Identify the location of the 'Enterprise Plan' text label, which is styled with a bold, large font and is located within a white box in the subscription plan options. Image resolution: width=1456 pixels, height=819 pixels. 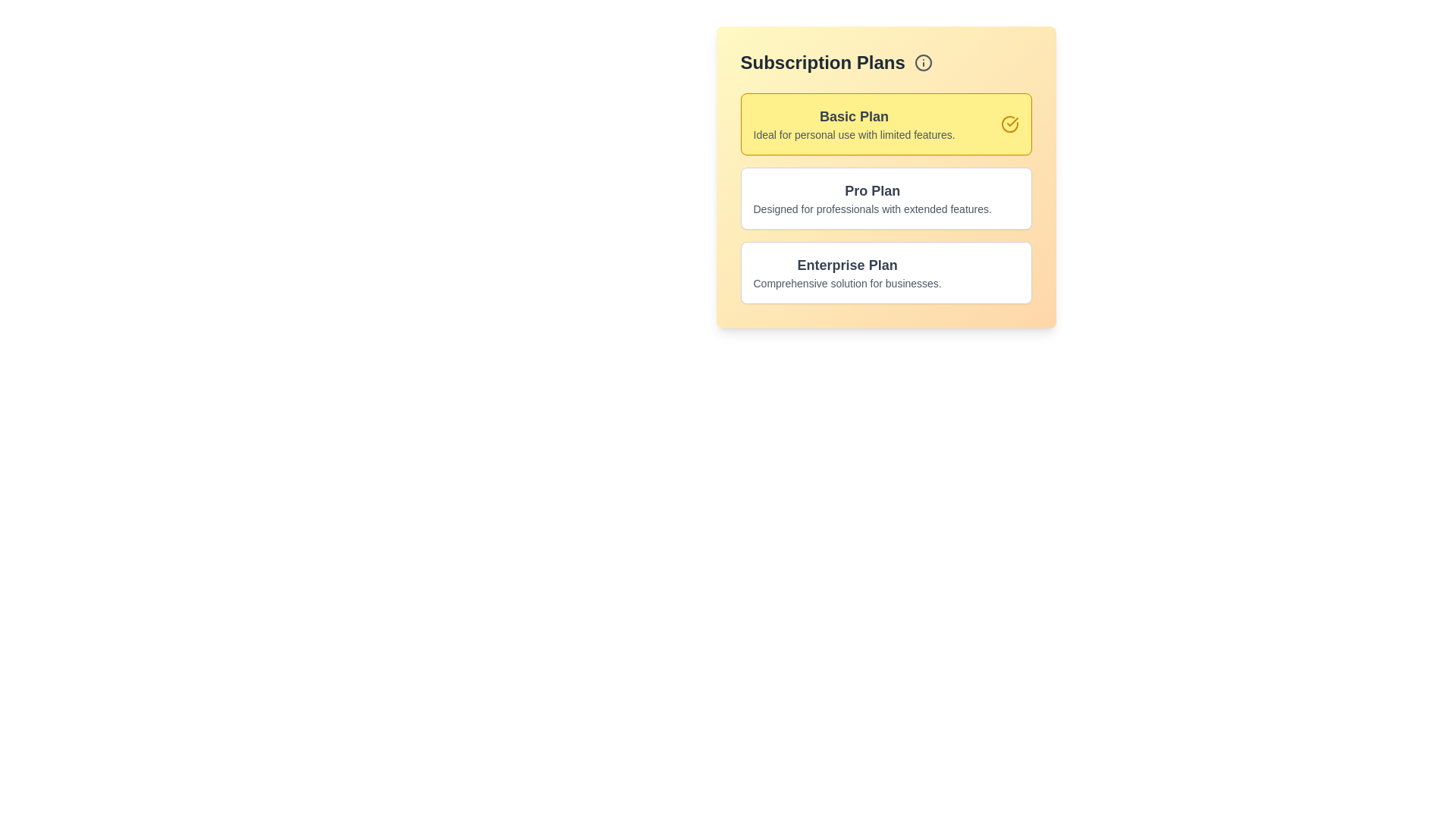
(846, 265).